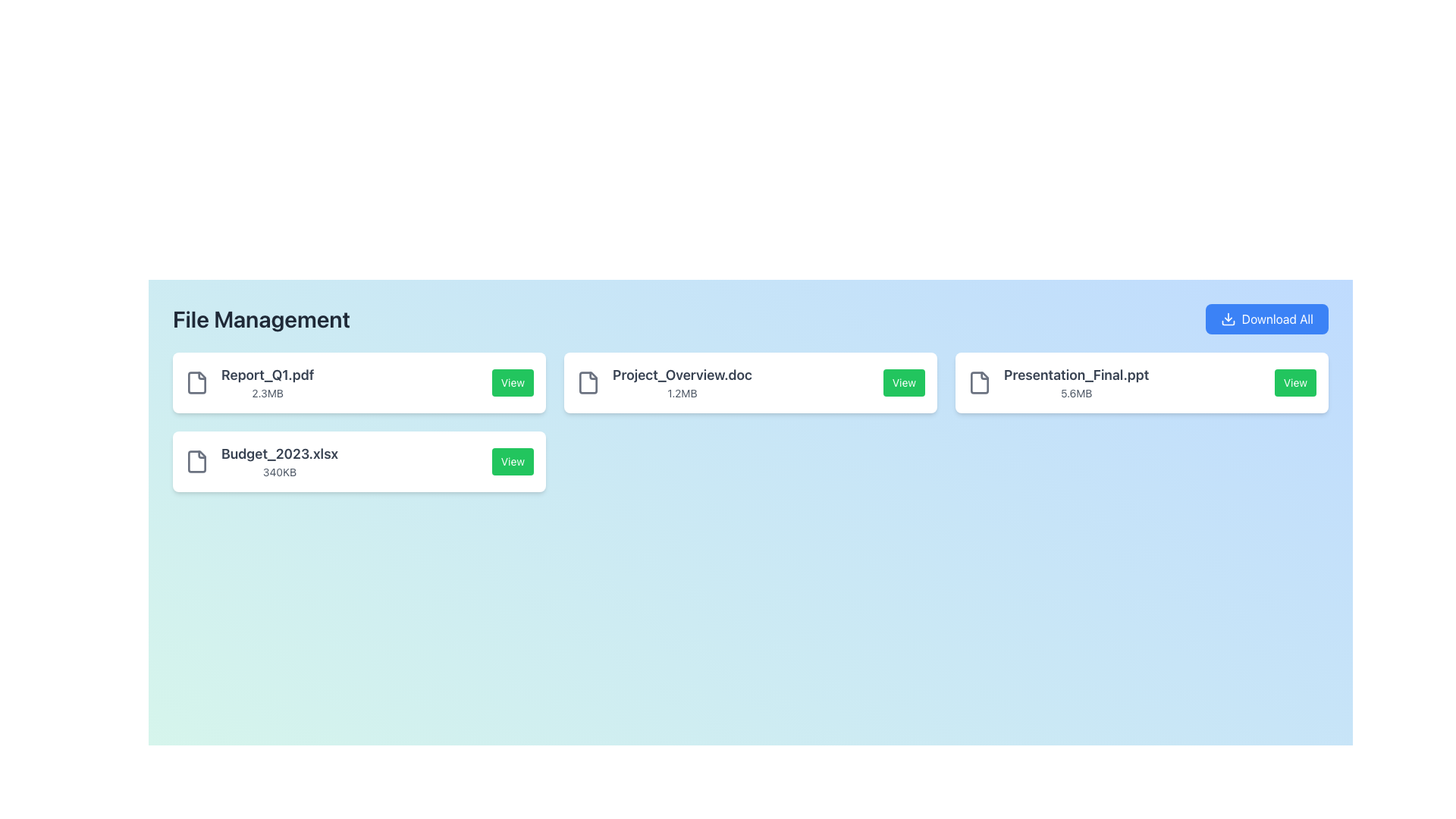  Describe the element at coordinates (1266, 318) in the screenshot. I see `the 'Download All' button located in the header section on the right side, which has a bright blue background and a downward arrow icon` at that location.